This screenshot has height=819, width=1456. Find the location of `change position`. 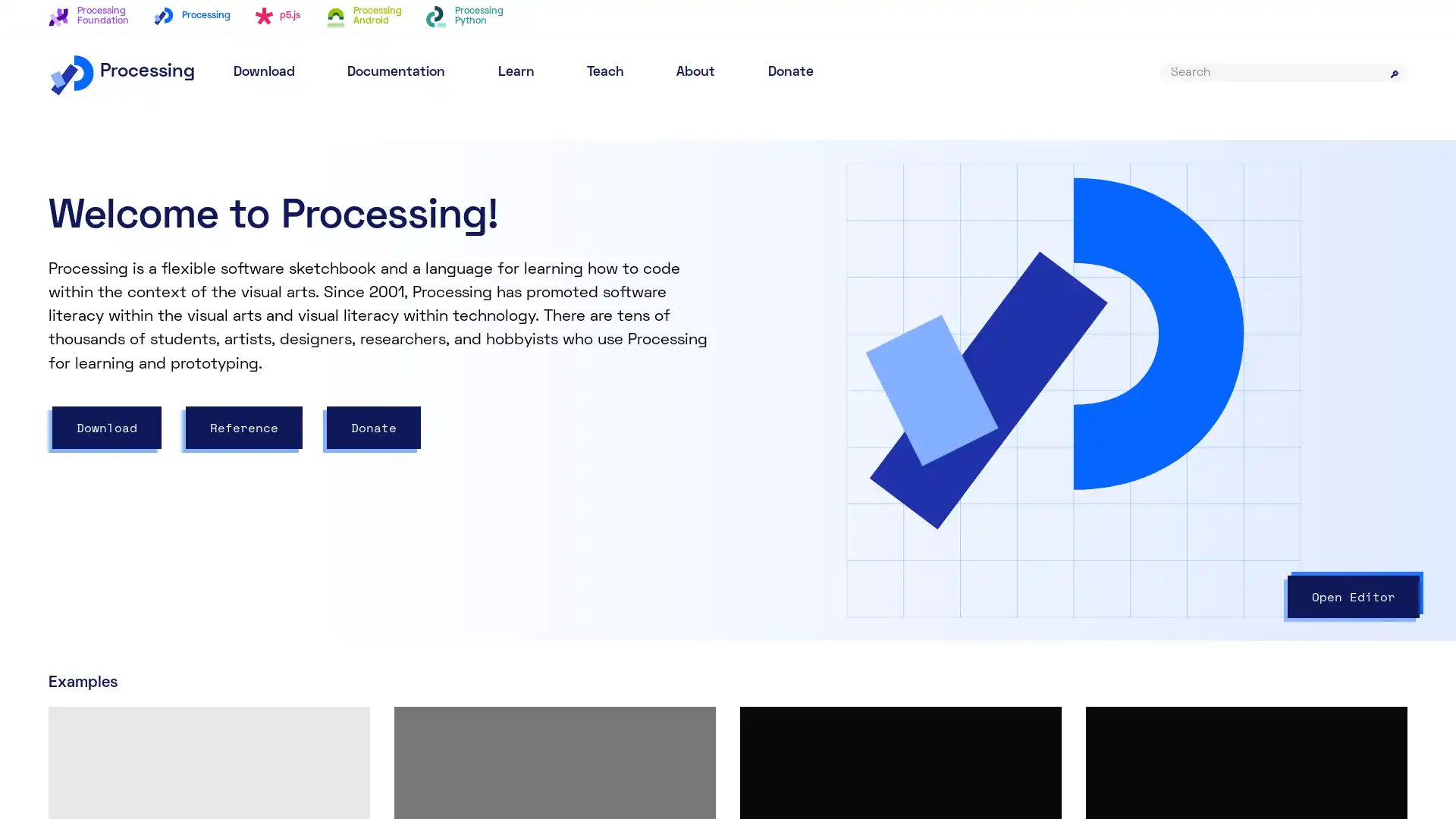

change position is located at coordinates (1109, 416).